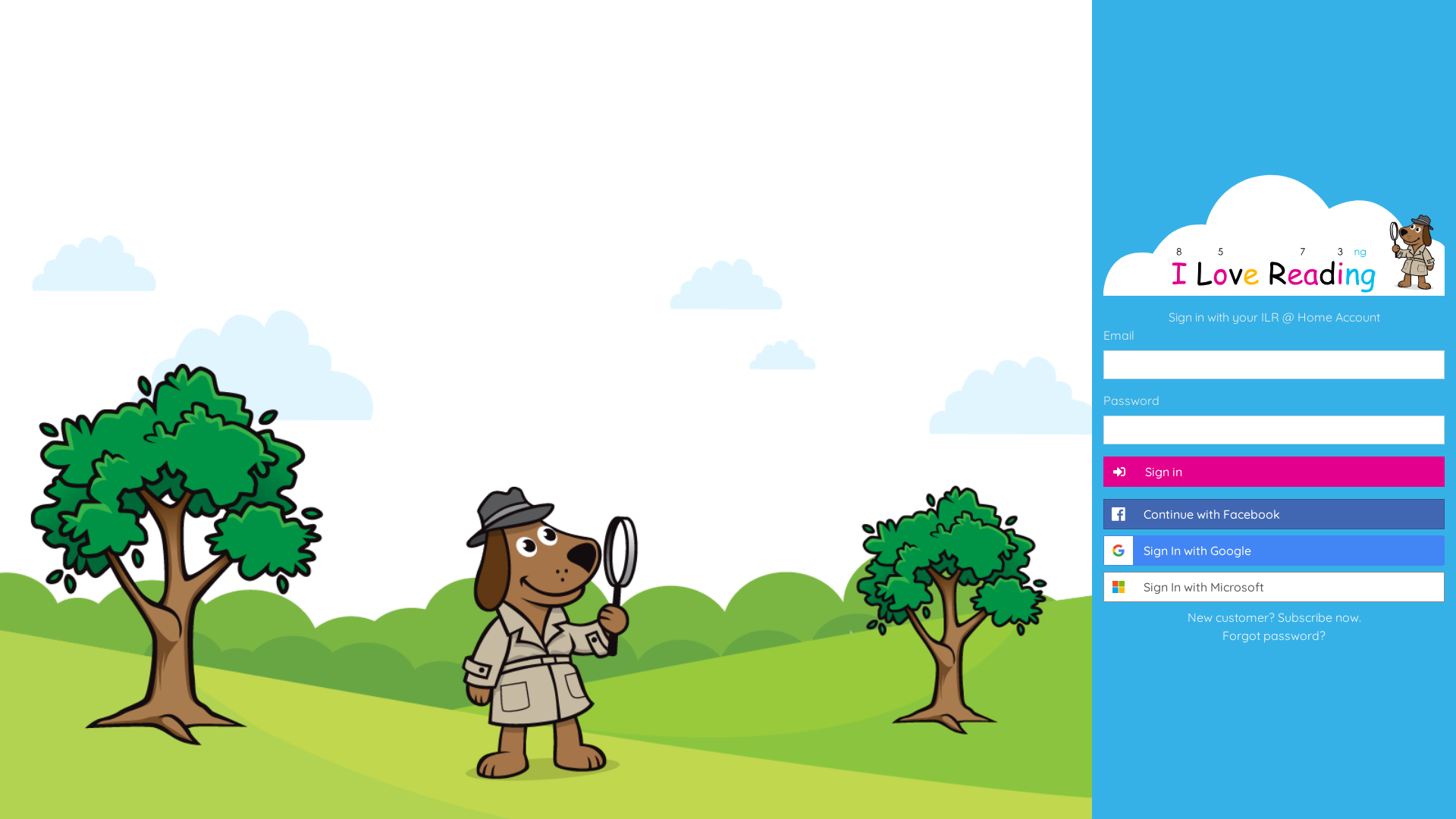 The height and width of the screenshot is (819, 1456). I want to click on 'Forgot password?', so click(1274, 635).